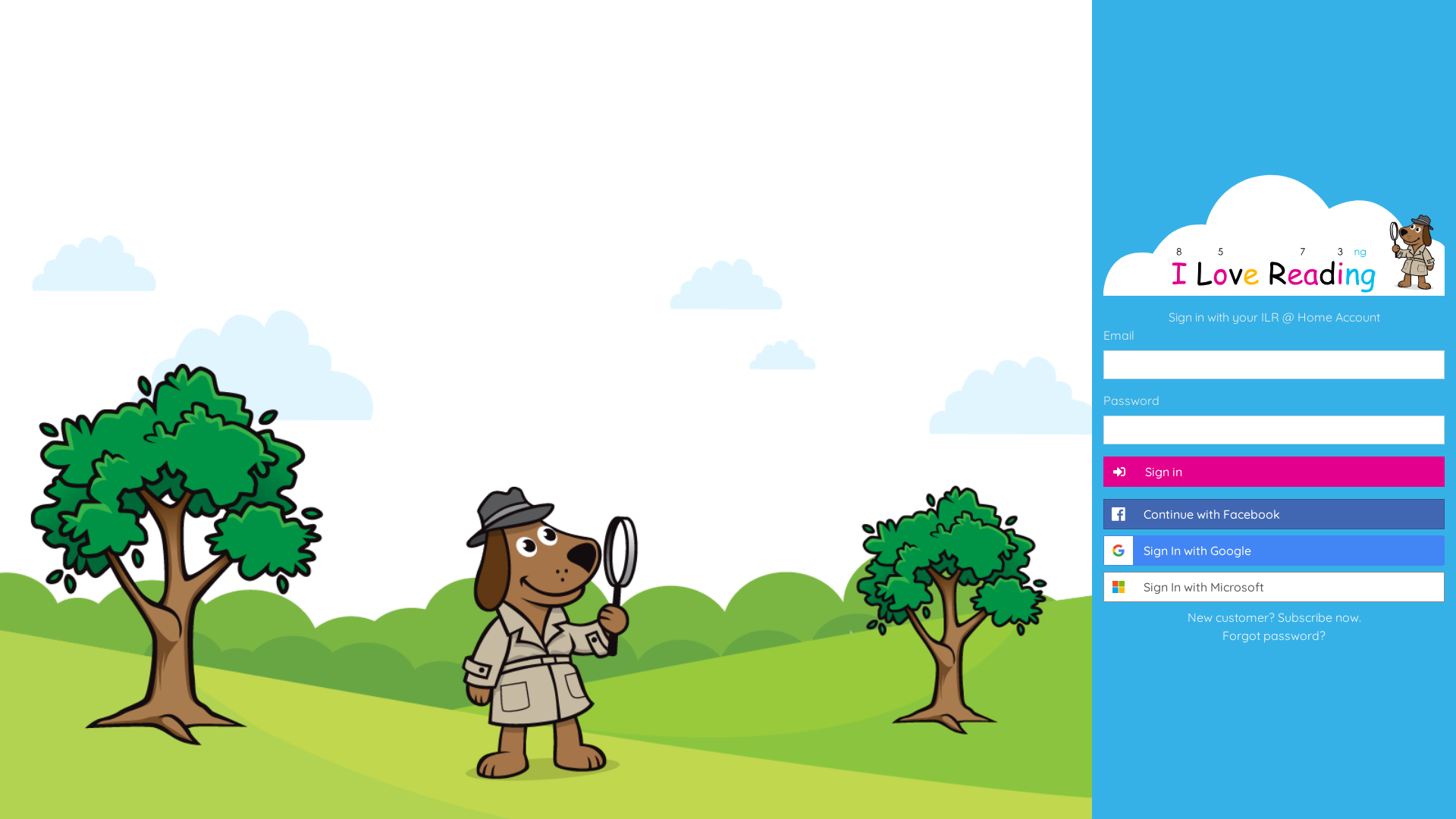 The height and width of the screenshot is (819, 1456). I want to click on 'Forgot password?', so click(1274, 635).